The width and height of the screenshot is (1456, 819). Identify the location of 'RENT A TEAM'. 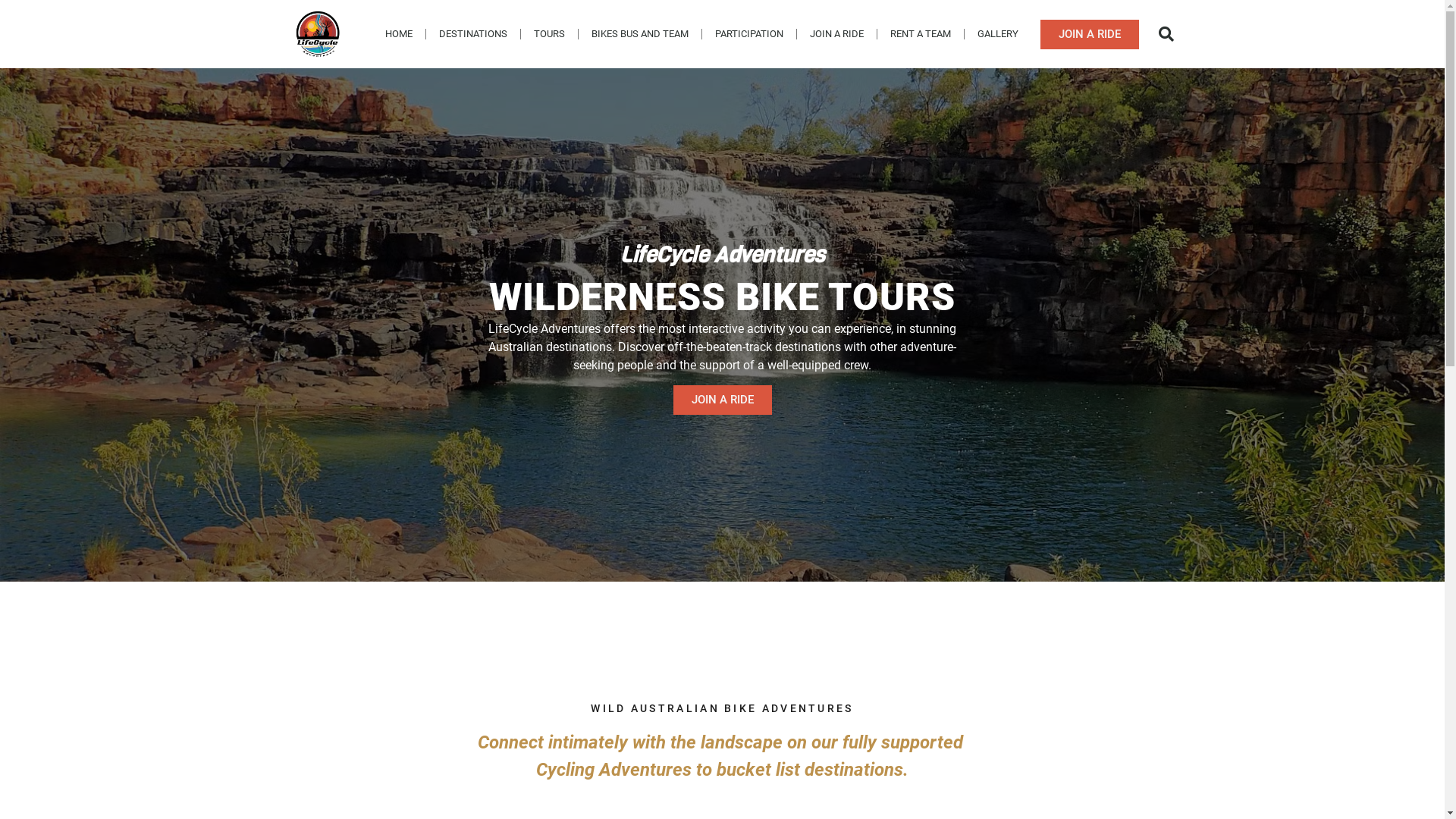
(920, 34).